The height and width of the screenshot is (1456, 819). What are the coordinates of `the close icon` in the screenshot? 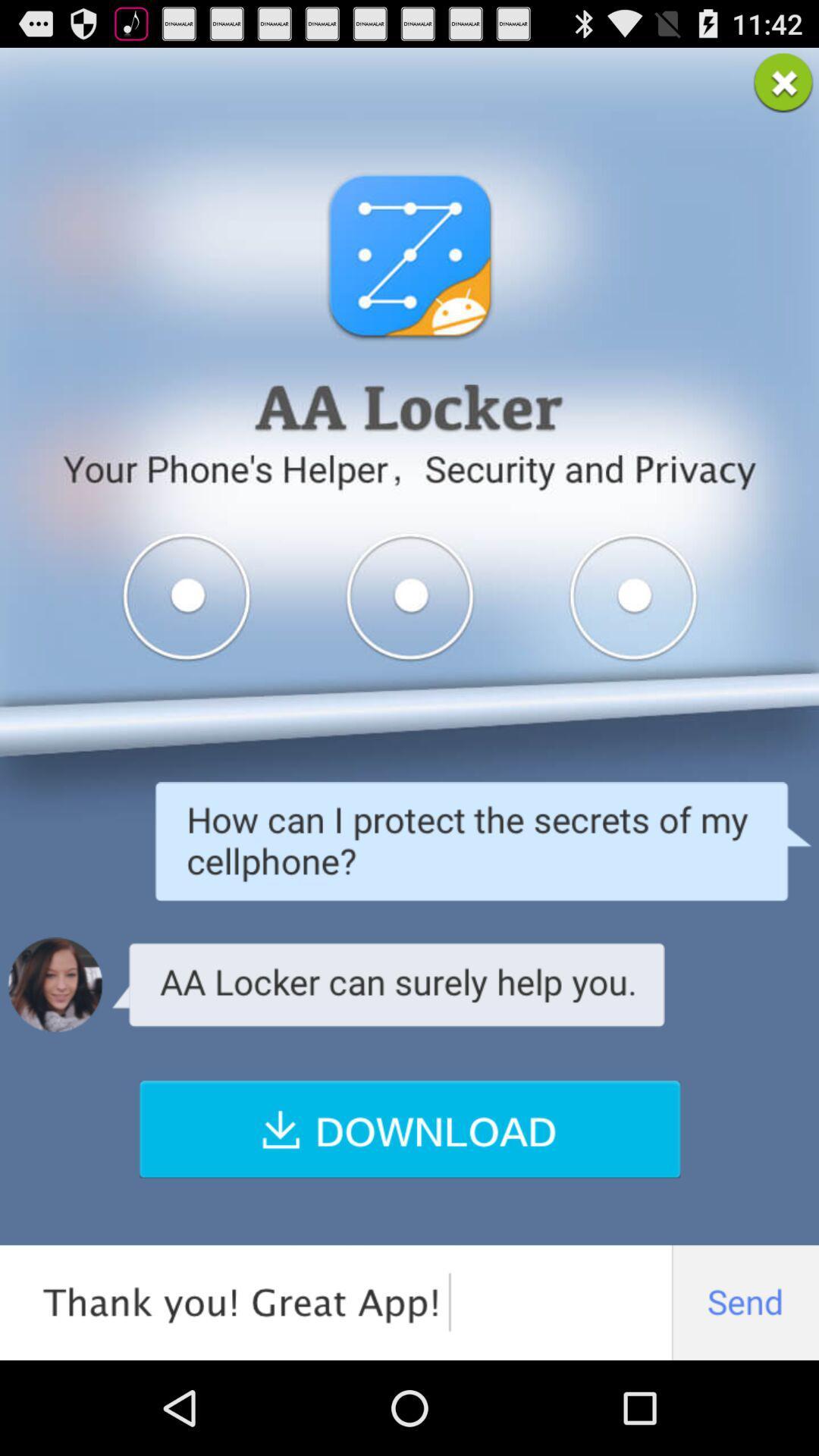 It's located at (783, 88).